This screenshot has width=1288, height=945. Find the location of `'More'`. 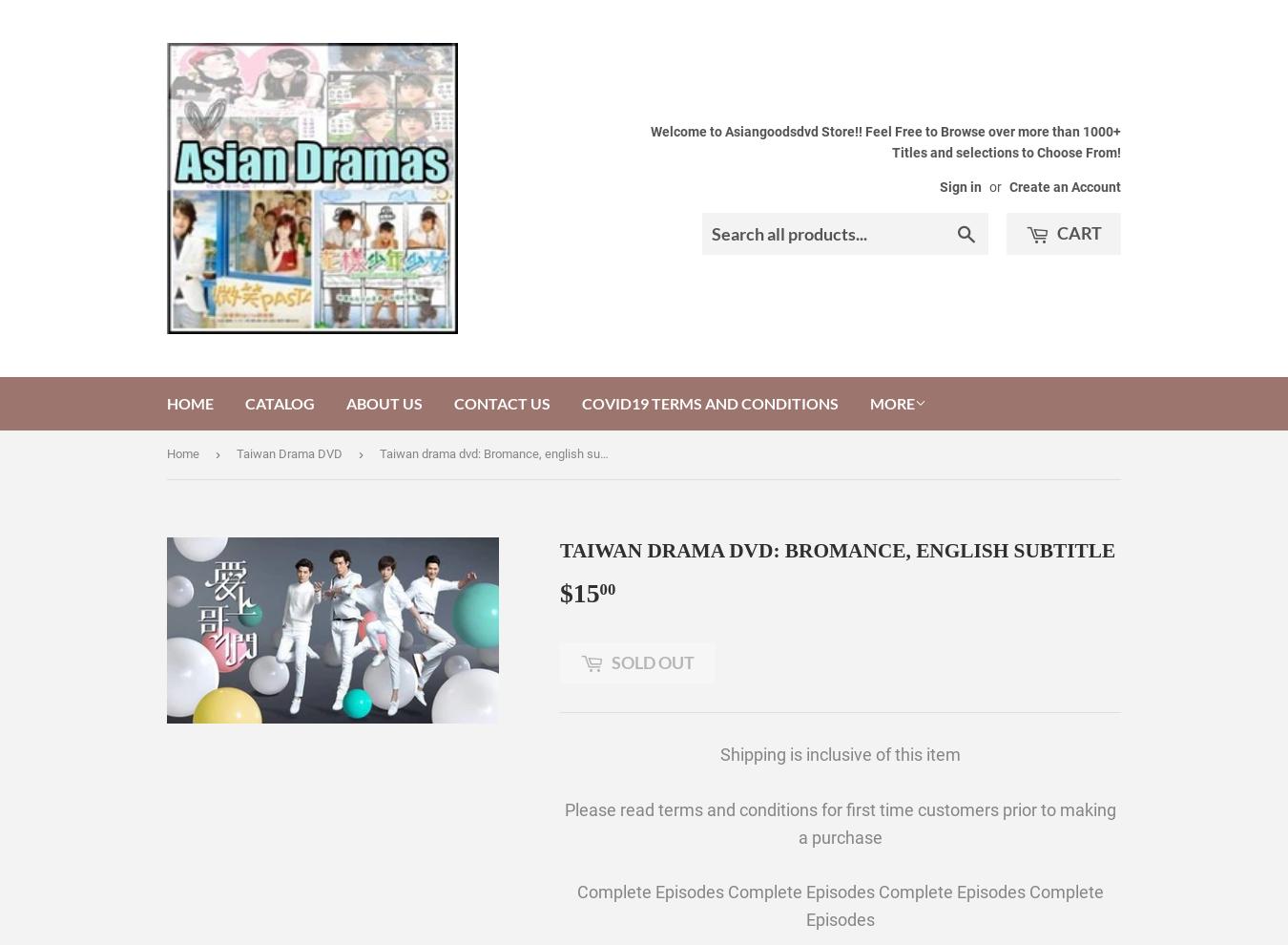

'More' is located at coordinates (891, 402).